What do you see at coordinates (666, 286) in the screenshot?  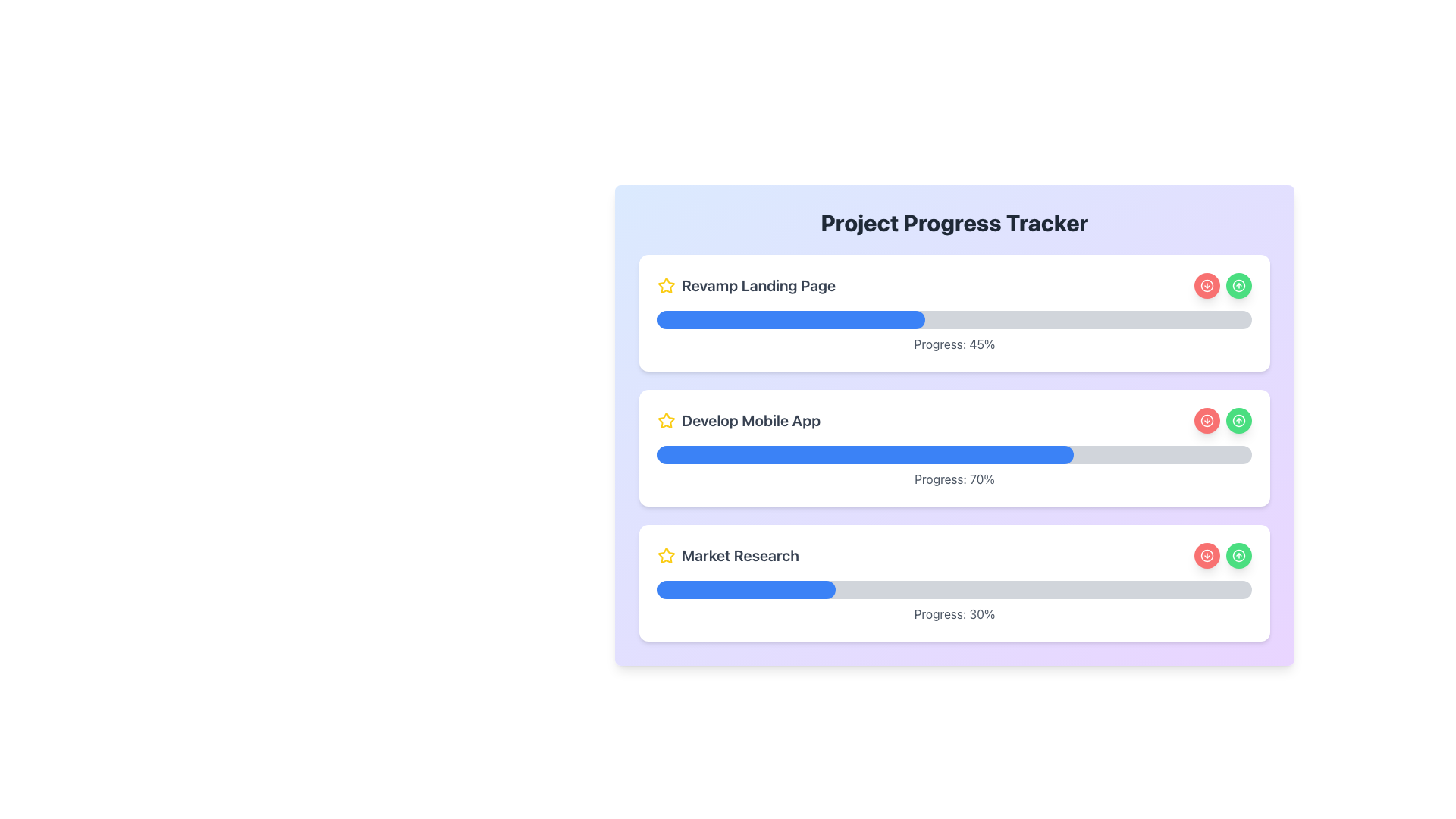 I see `the leftmost icon associated with the label 'Revamp Landing Page', which indicates a priority or status` at bounding box center [666, 286].